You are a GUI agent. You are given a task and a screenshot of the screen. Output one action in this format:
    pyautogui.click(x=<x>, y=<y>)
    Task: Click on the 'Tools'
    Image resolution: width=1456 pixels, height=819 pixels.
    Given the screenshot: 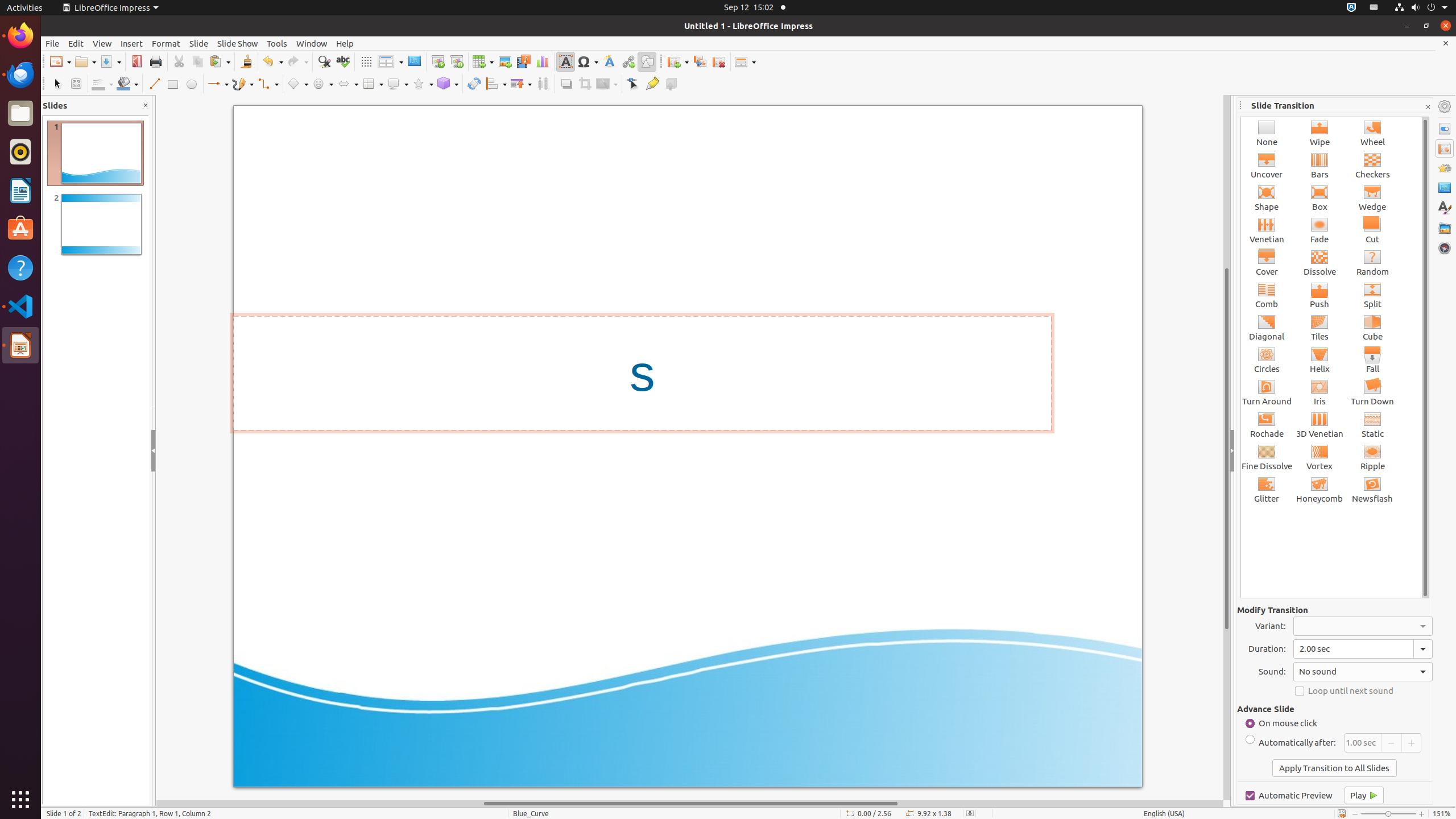 What is the action you would take?
    pyautogui.click(x=276, y=43)
    